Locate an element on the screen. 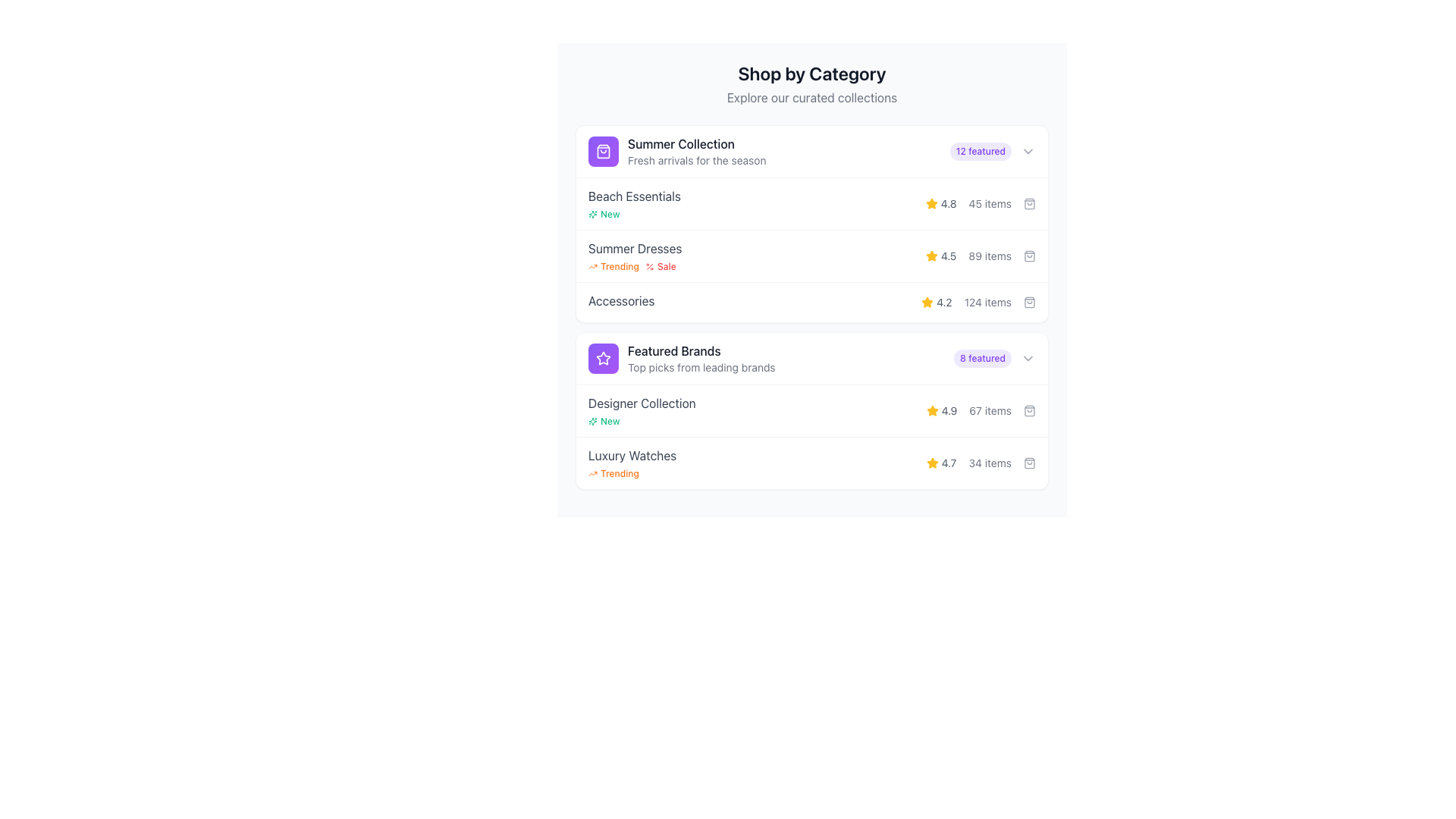 The height and width of the screenshot is (819, 1456). the sparkle icon that highlights the label 'New', located to the left of the text within the 'Beach Essentials' section of 'Shop by Category' is located at coordinates (592, 421).